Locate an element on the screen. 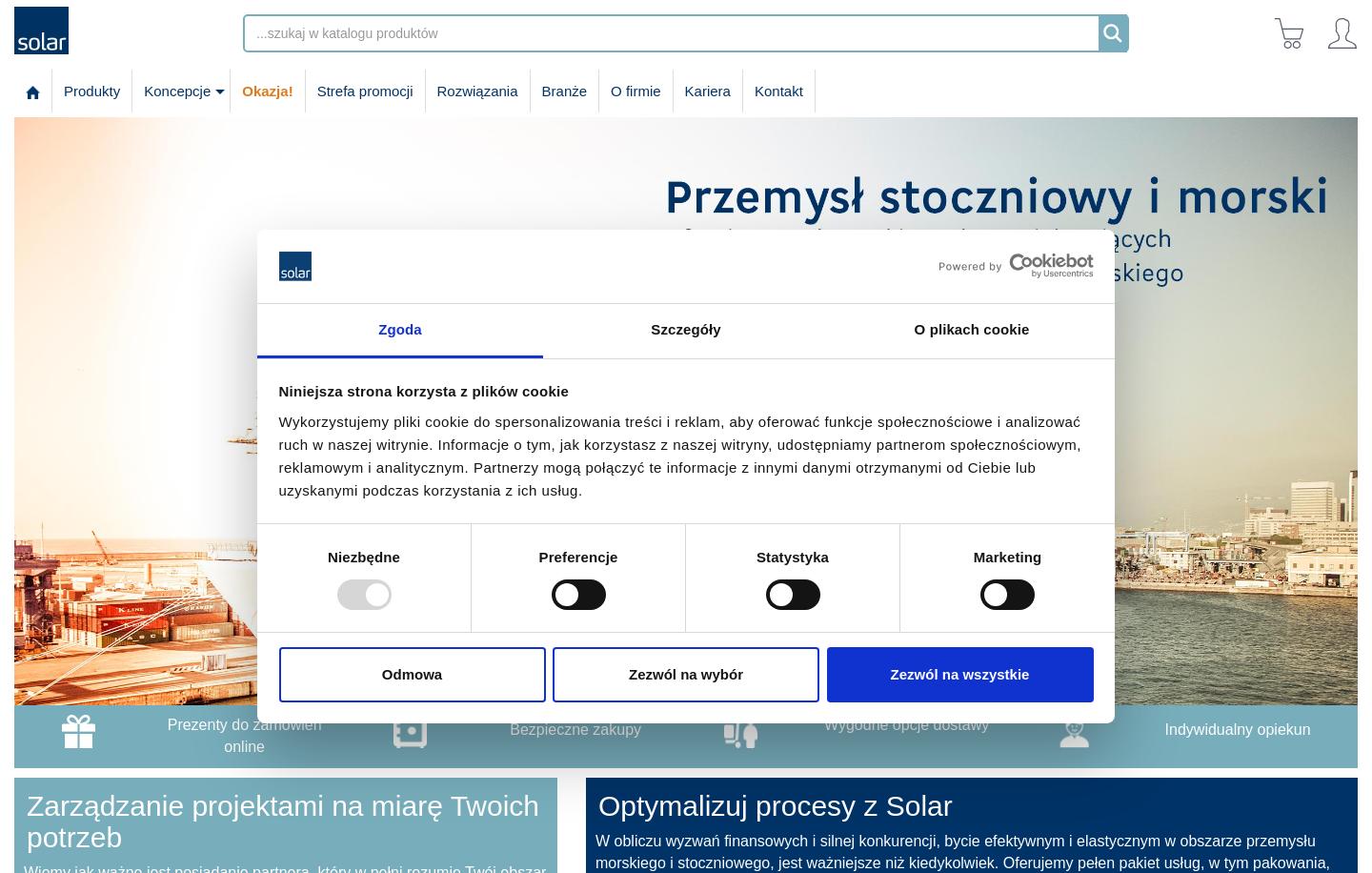 The width and height of the screenshot is (1372, 873). 'Strefa promocji' is located at coordinates (363, 90).